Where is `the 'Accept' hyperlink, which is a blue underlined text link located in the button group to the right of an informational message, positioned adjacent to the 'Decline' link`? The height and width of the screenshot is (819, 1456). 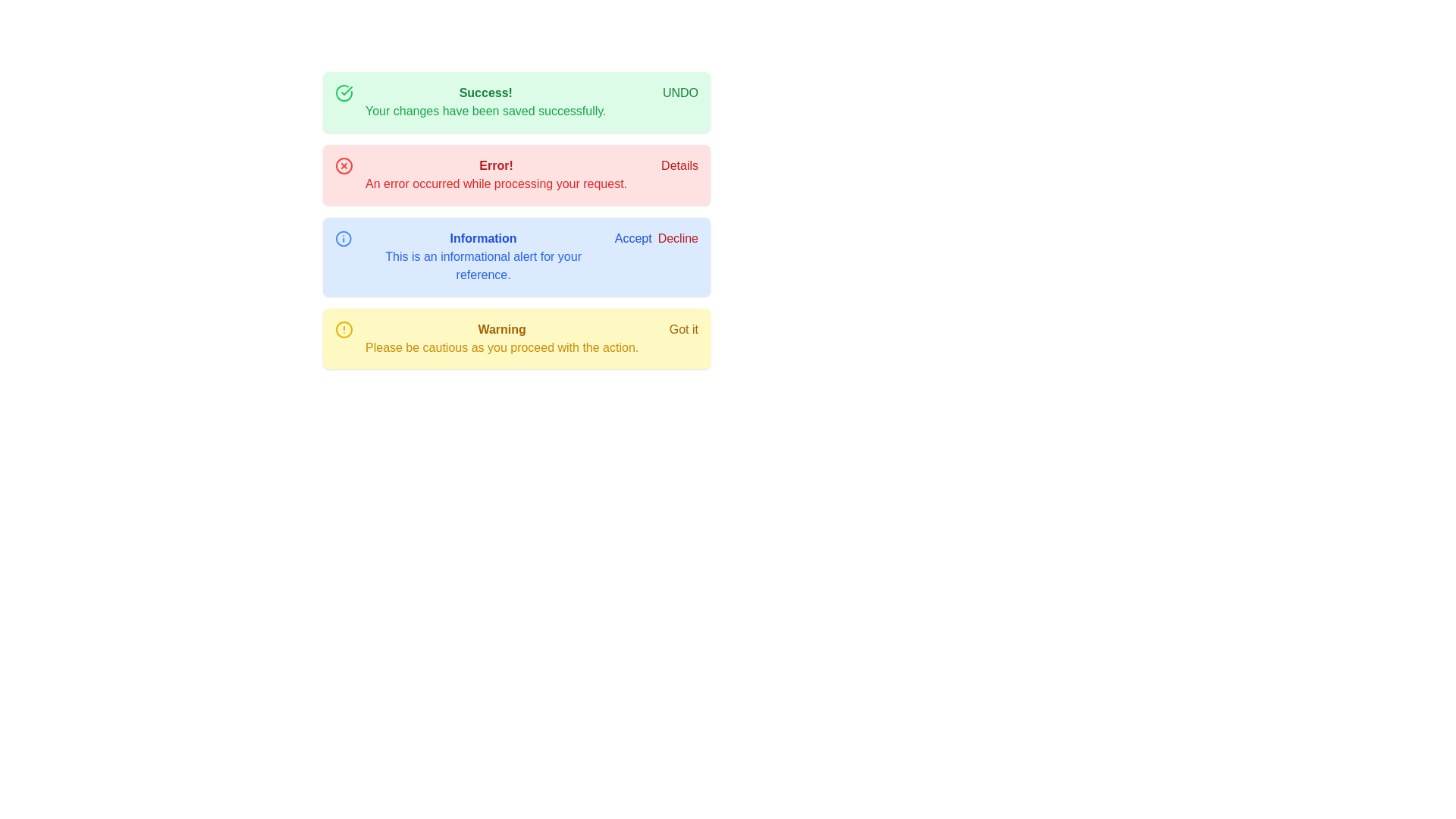
the 'Accept' hyperlink, which is a blue underlined text link located in the button group to the right of an informational message, positioned adjacent to the 'Decline' link is located at coordinates (633, 239).